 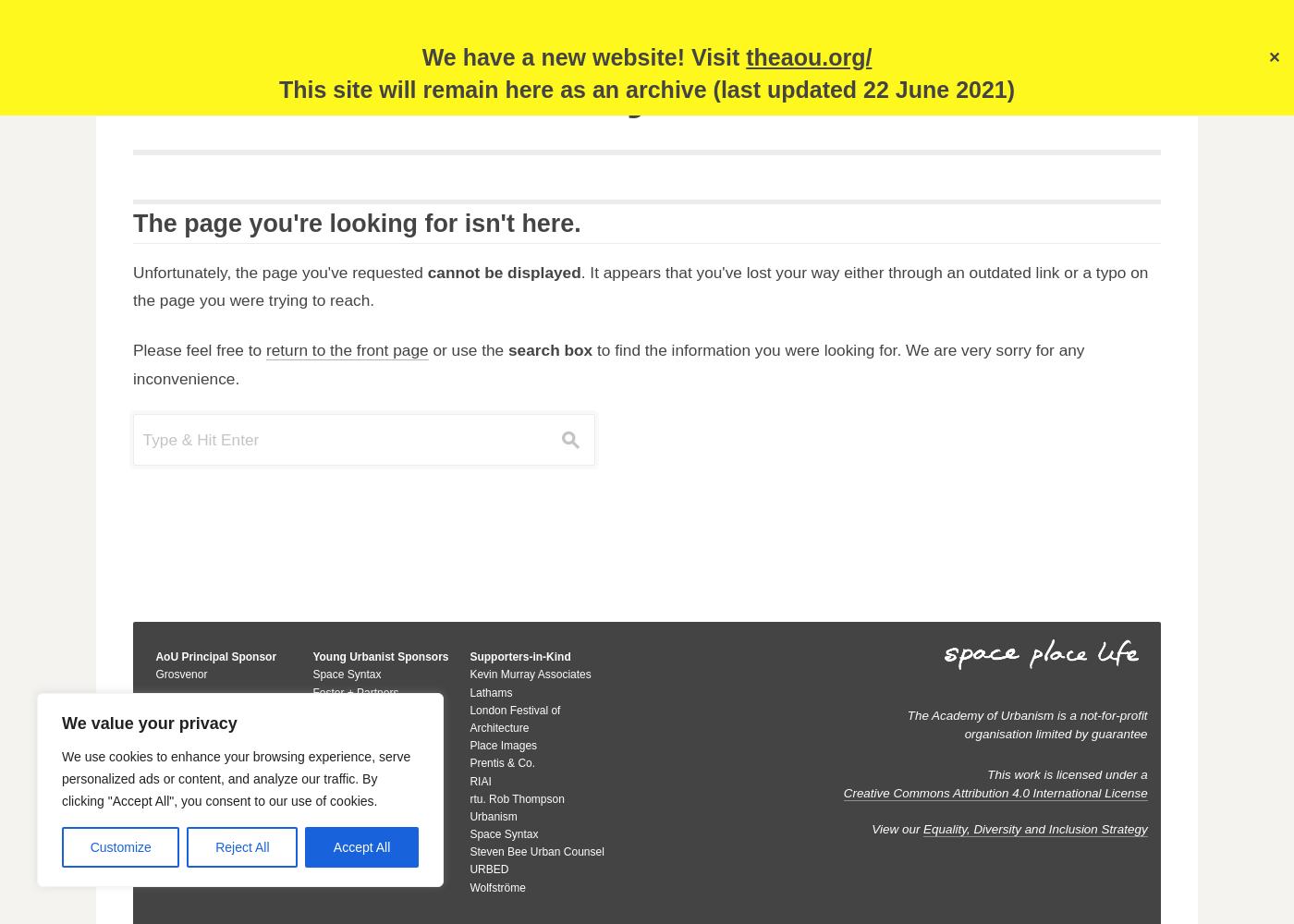 I want to click on 'Savills', so click(x=328, y=780).